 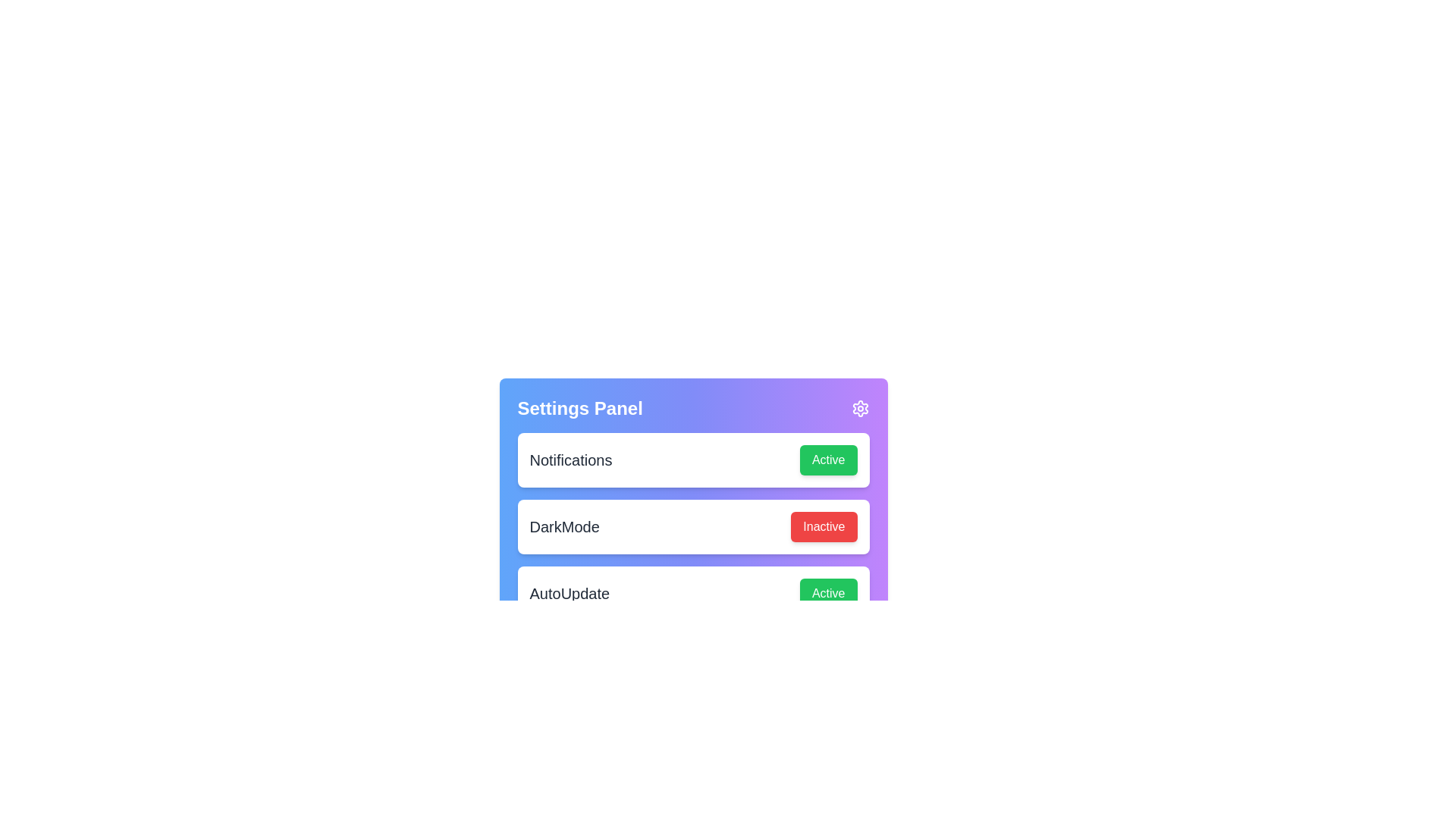 What do you see at coordinates (827, 593) in the screenshot?
I see `the button labeled Active (AutoUpdate) to observe its hover effect` at bounding box center [827, 593].